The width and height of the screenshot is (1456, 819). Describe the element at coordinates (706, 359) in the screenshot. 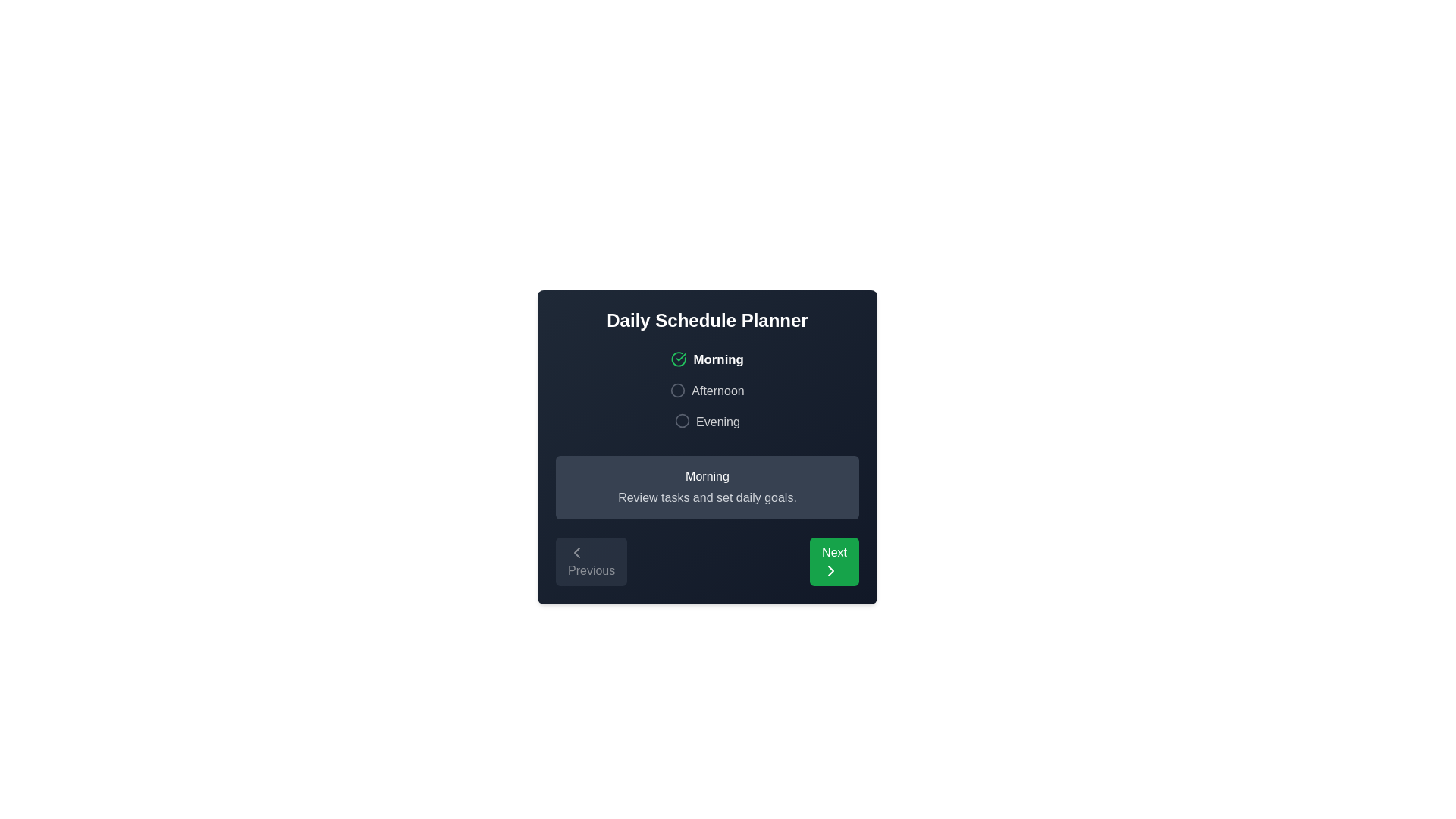

I see `the selectable text option labeled 'Morning', which is currently selected and marked with a green checkmark` at that location.